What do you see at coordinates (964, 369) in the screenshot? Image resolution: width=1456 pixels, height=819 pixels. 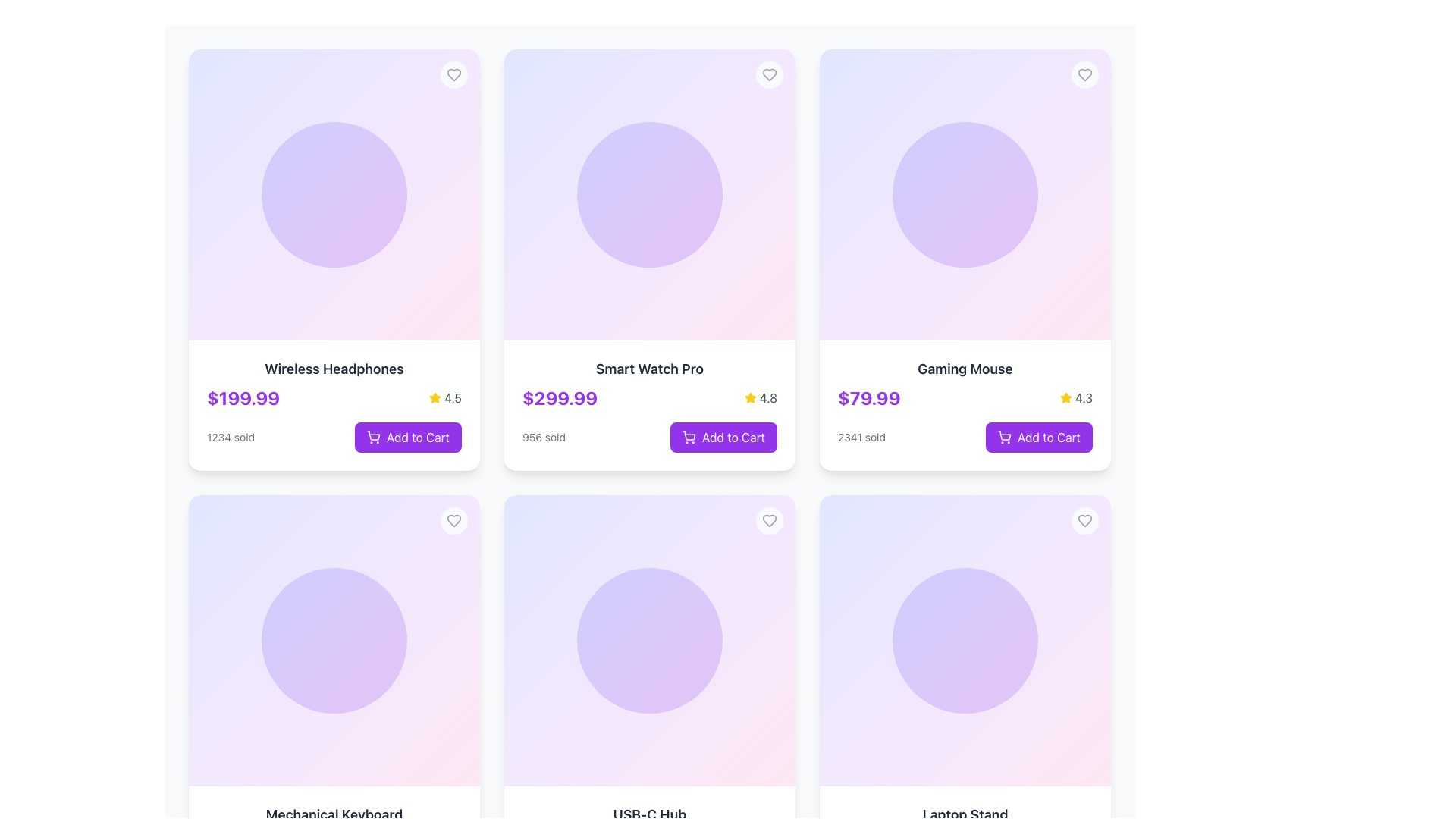 I see `text label displaying 'Gaming Mouse' in bold and larger font size, located in the third card of the first row in the product grid, above the price and rating details` at bounding box center [964, 369].